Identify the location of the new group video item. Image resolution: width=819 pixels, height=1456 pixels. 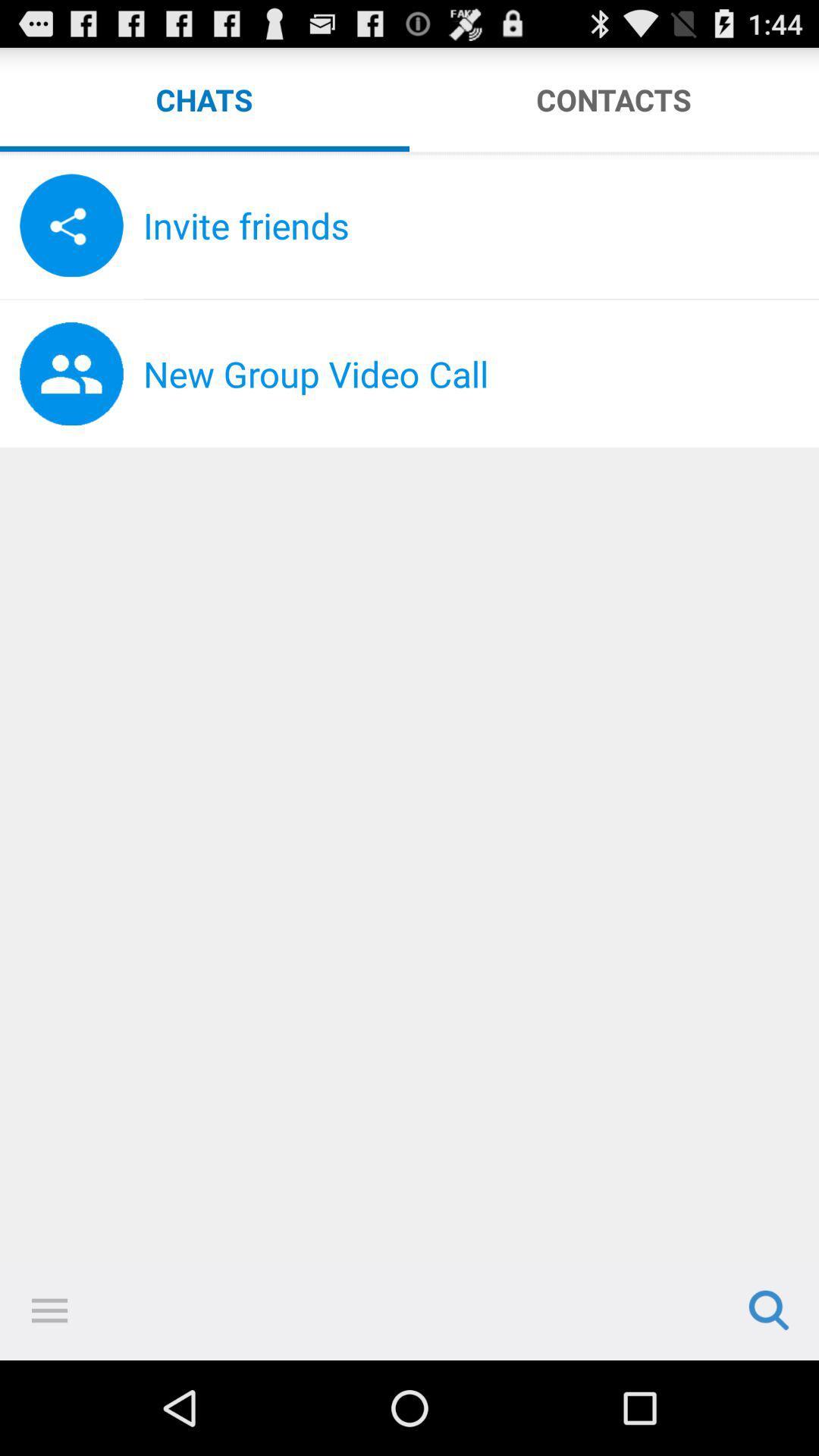
(481, 374).